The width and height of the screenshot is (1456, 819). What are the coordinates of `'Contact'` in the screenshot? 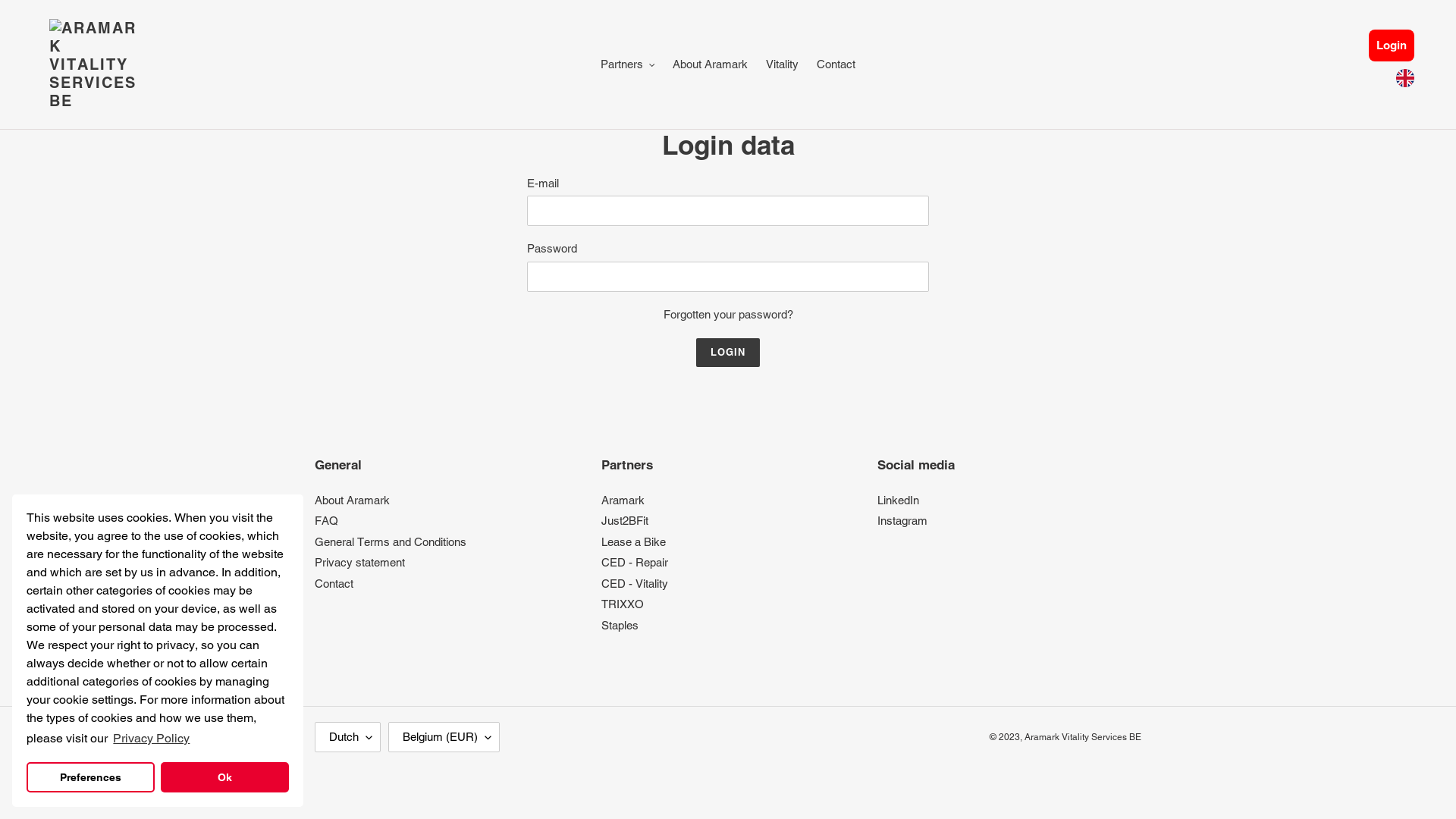 It's located at (835, 64).